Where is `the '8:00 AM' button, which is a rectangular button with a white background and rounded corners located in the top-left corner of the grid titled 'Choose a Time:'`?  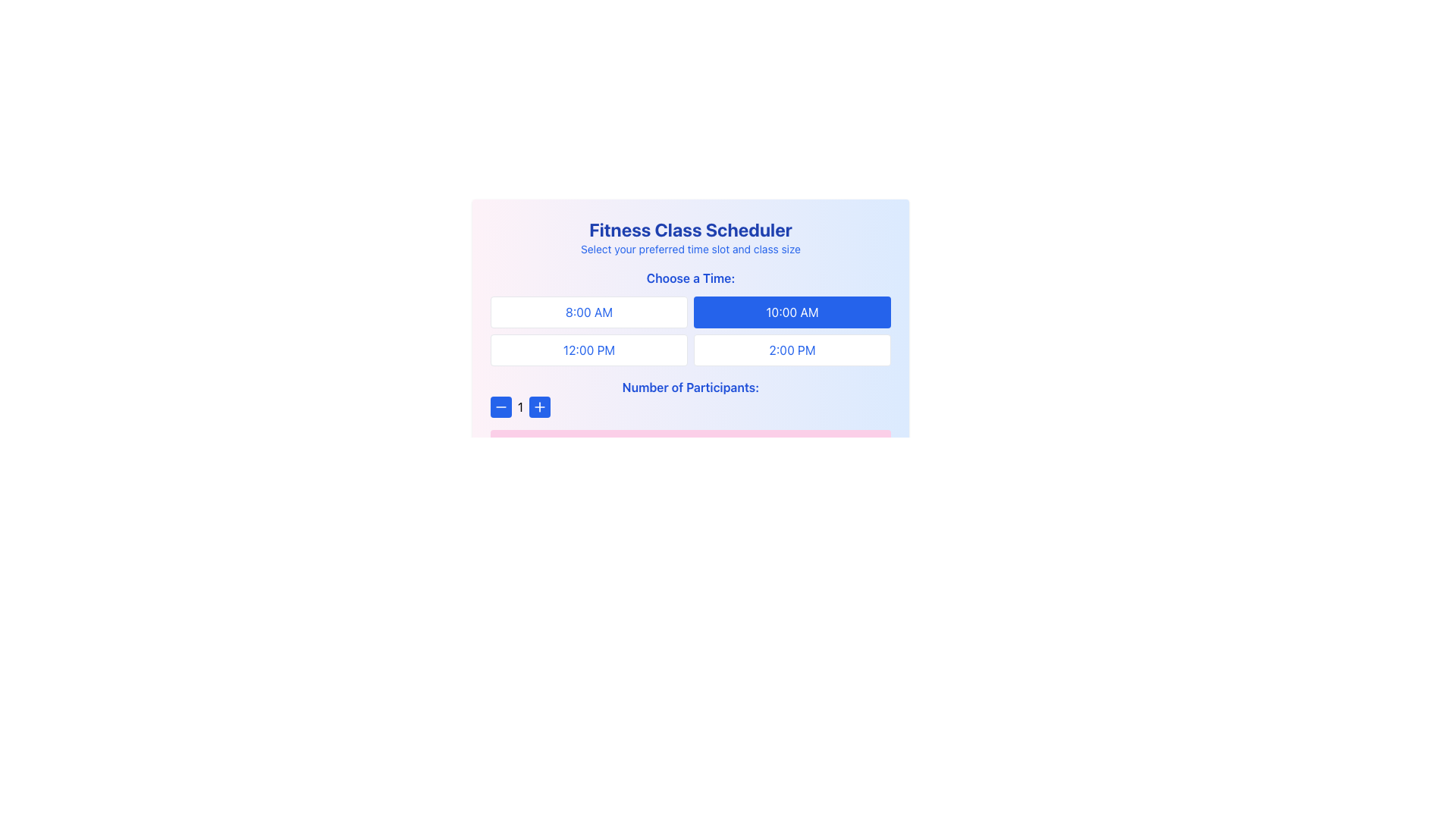
the '8:00 AM' button, which is a rectangular button with a white background and rounded corners located in the top-left corner of the grid titled 'Choose a Time:' is located at coordinates (588, 312).